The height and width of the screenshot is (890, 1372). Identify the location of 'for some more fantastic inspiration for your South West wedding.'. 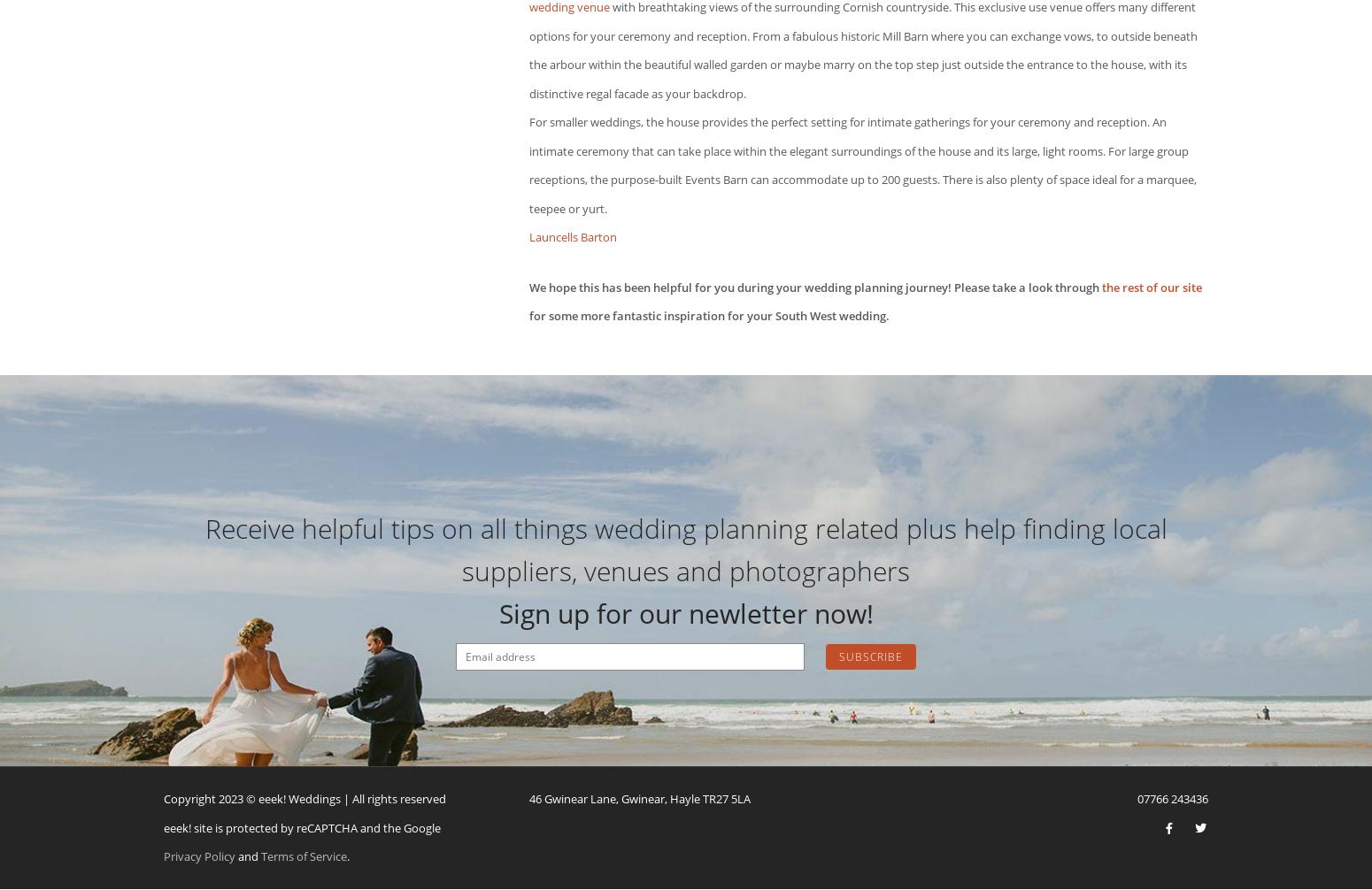
(708, 315).